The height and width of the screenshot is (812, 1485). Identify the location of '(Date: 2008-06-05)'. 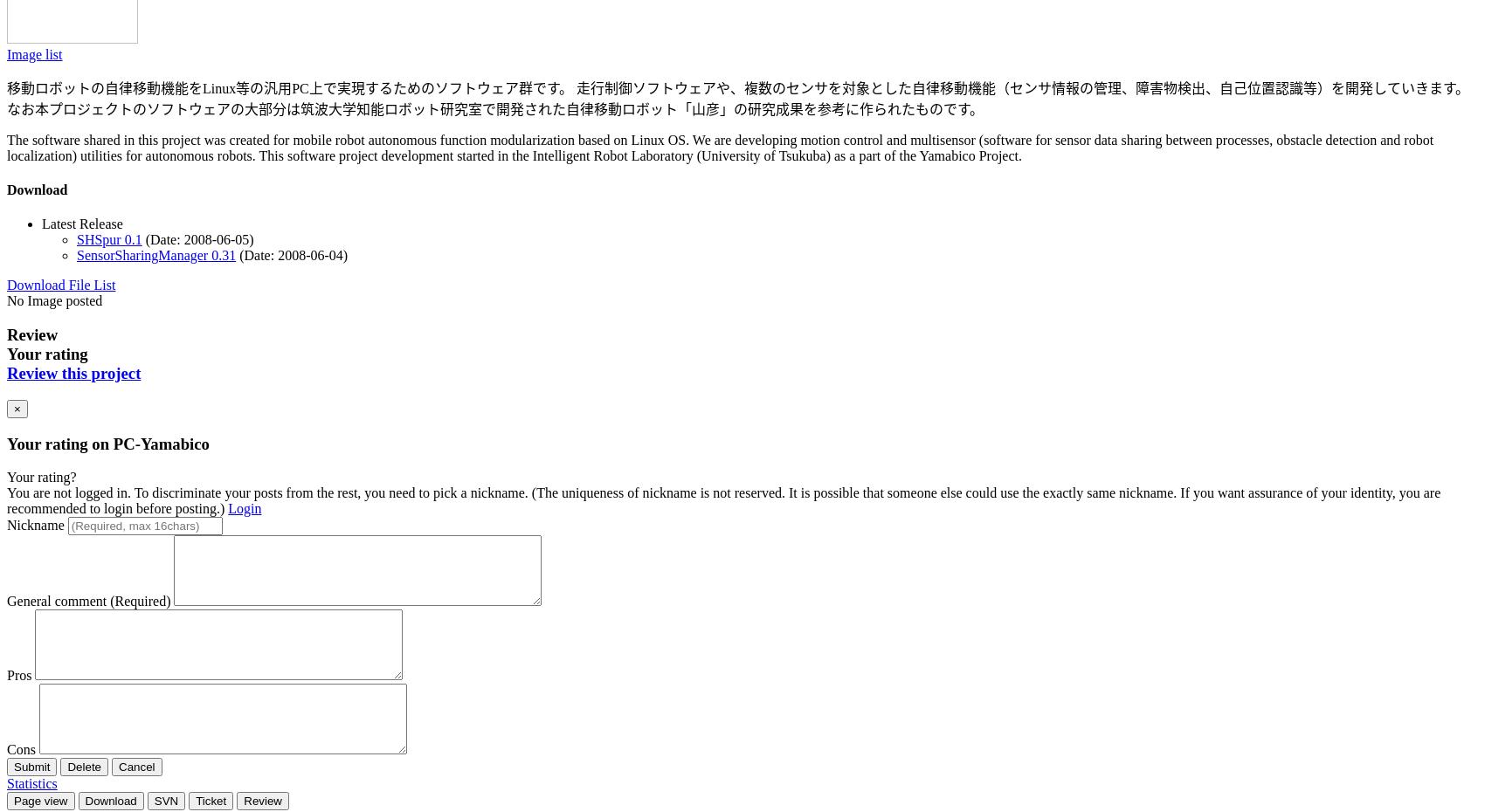
(197, 239).